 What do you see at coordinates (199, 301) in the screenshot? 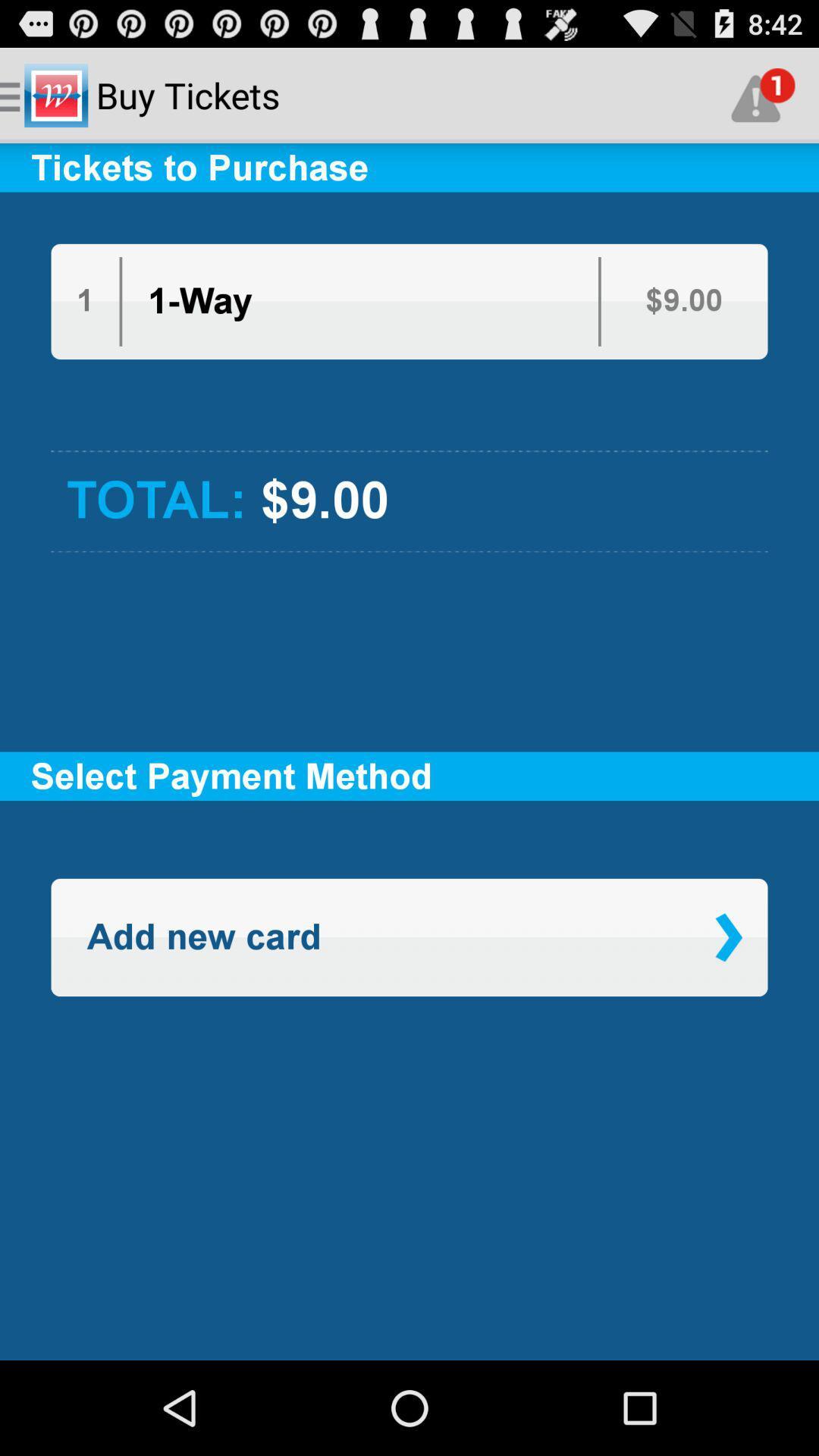
I see `1-way item` at bounding box center [199, 301].